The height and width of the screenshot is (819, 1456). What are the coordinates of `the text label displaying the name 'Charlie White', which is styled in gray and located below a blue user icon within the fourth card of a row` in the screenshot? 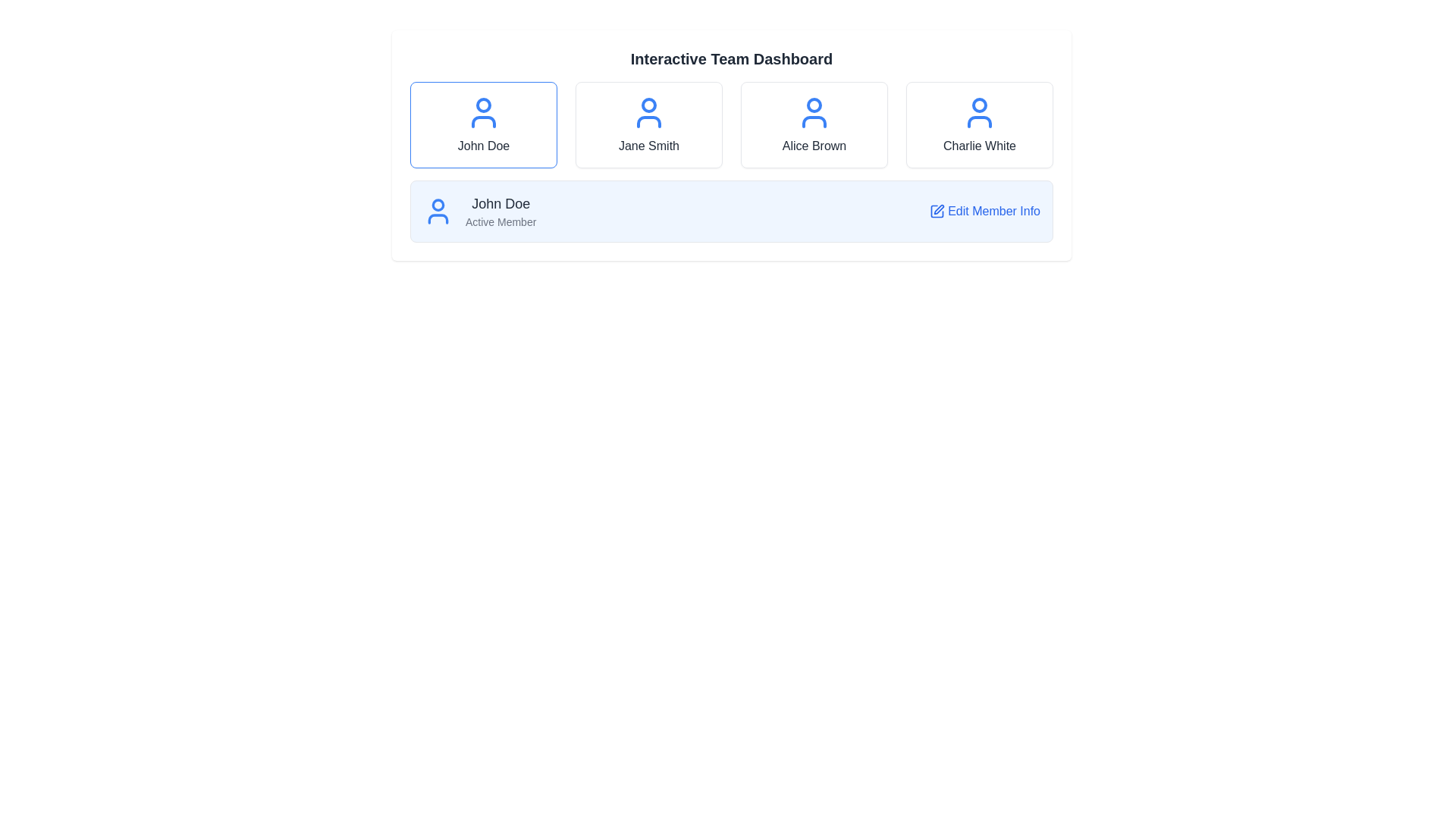 It's located at (979, 146).